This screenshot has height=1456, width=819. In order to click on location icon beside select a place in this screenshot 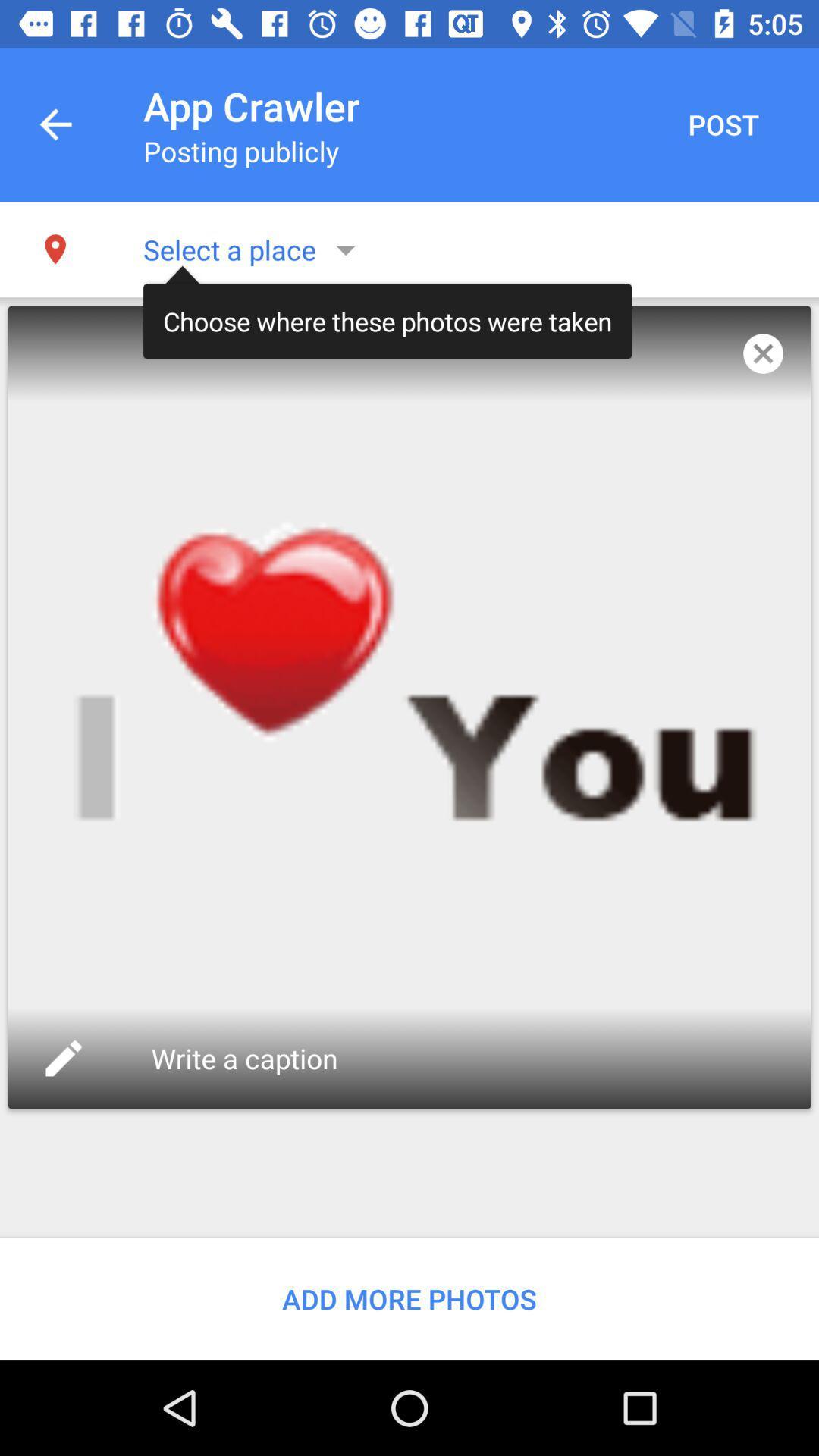, I will do `click(55, 249)`.